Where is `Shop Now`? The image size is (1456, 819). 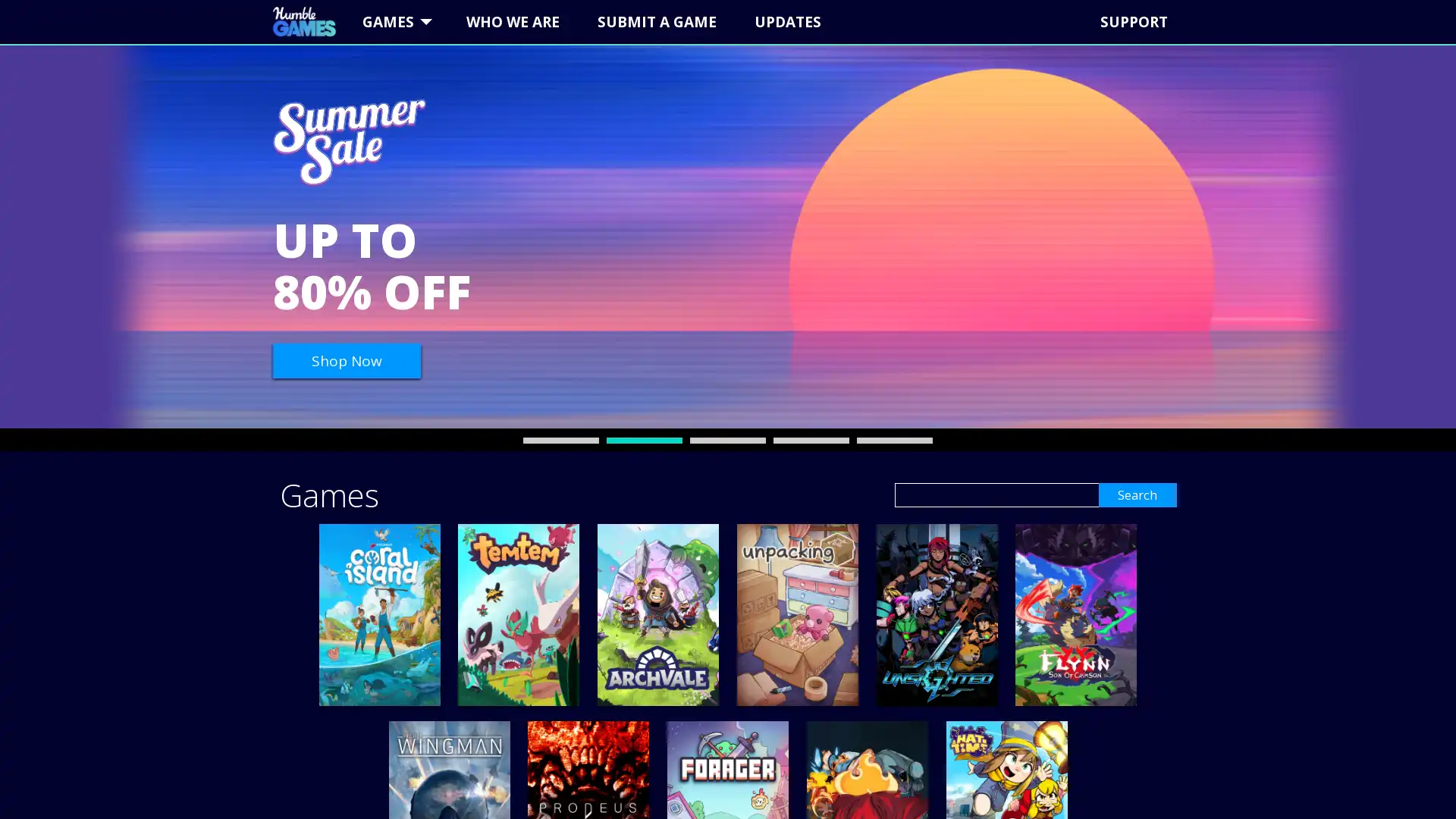 Shop Now is located at coordinates (346, 360).